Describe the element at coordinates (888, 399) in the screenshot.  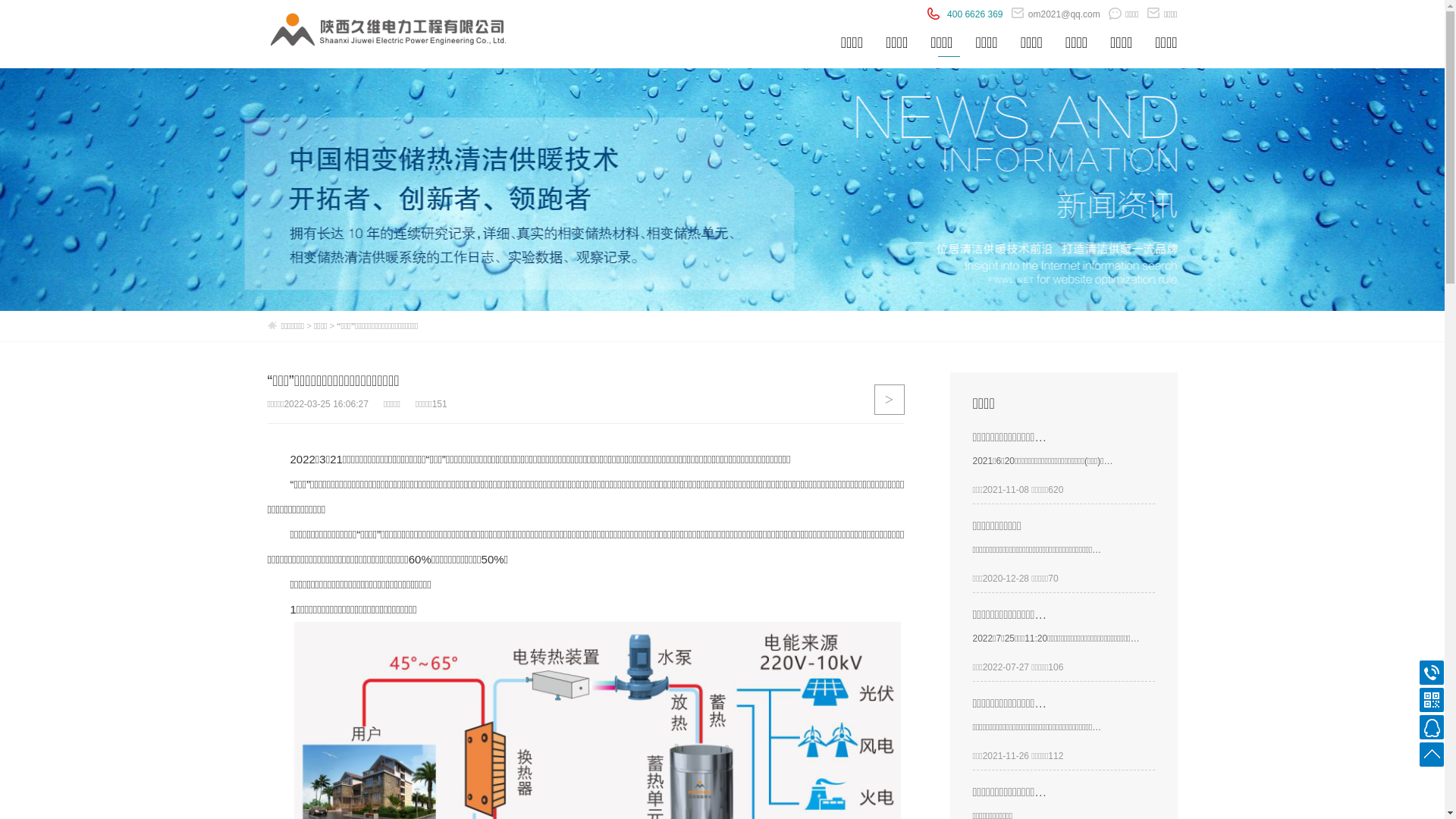
I see `'>'` at that location.